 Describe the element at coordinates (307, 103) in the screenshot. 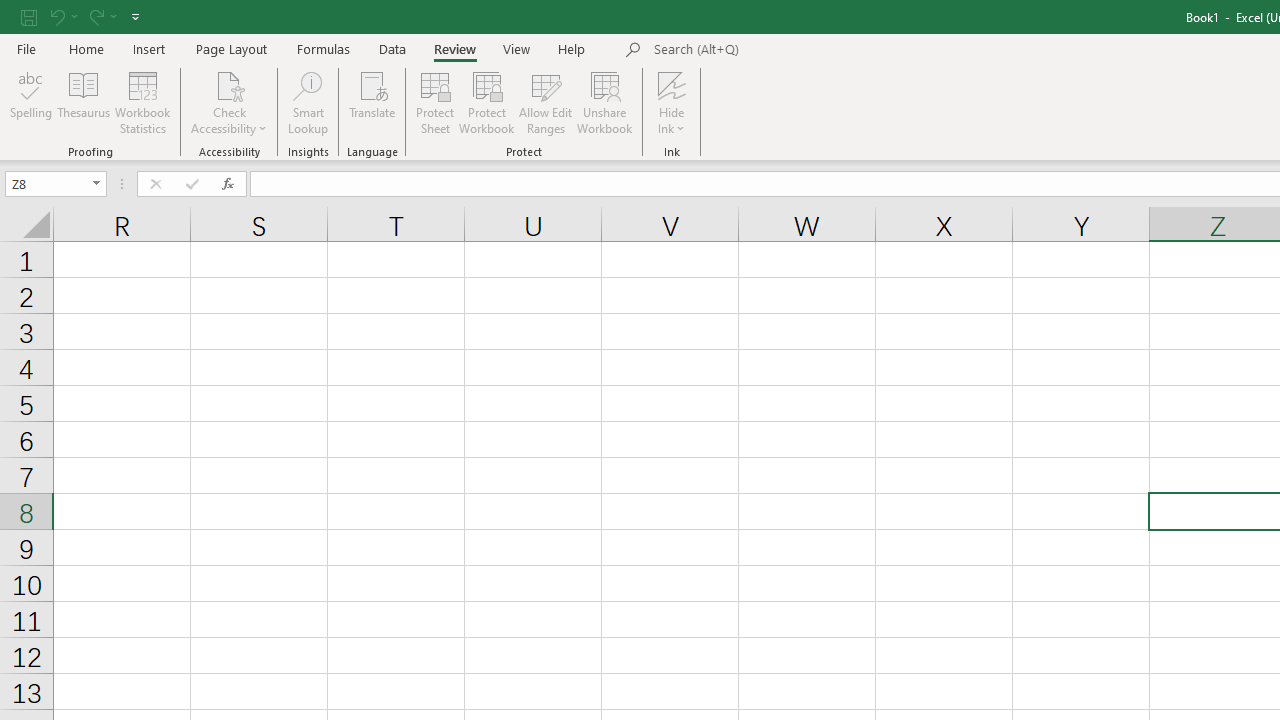

I see `'Smart Lookup'` at that location.